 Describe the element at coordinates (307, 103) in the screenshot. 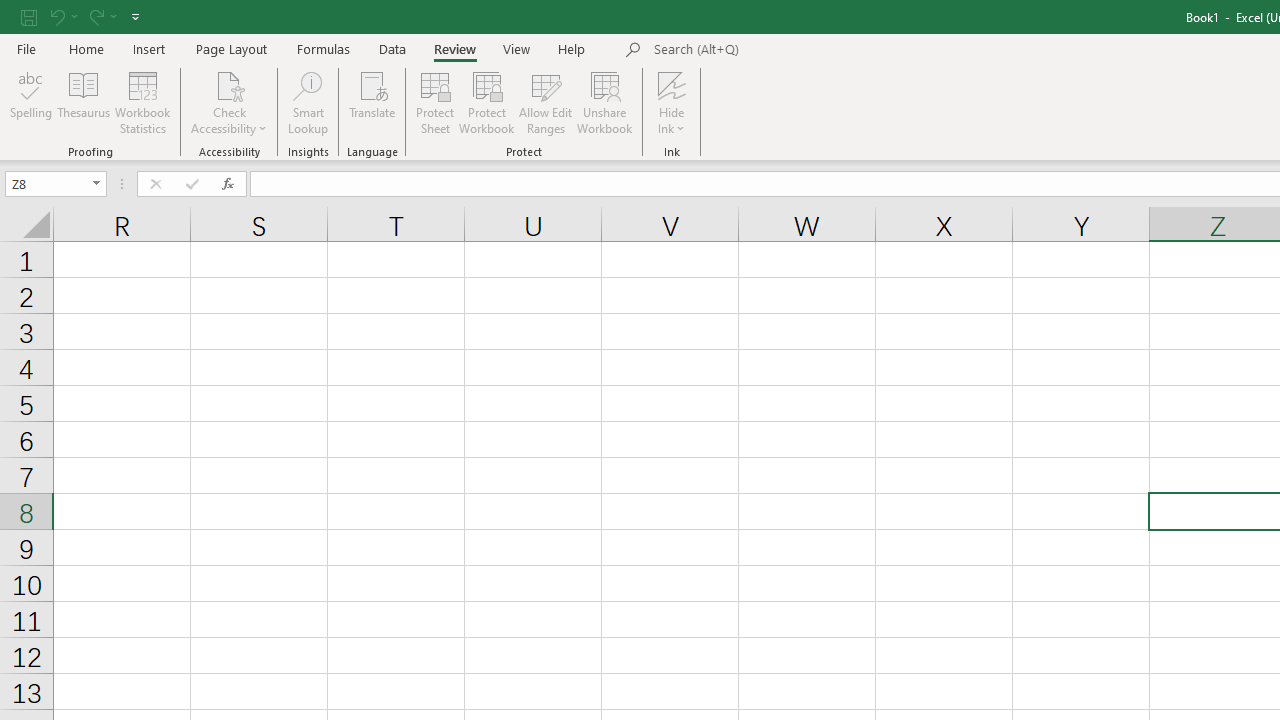

I see `'Smart Lookup'` at that location.